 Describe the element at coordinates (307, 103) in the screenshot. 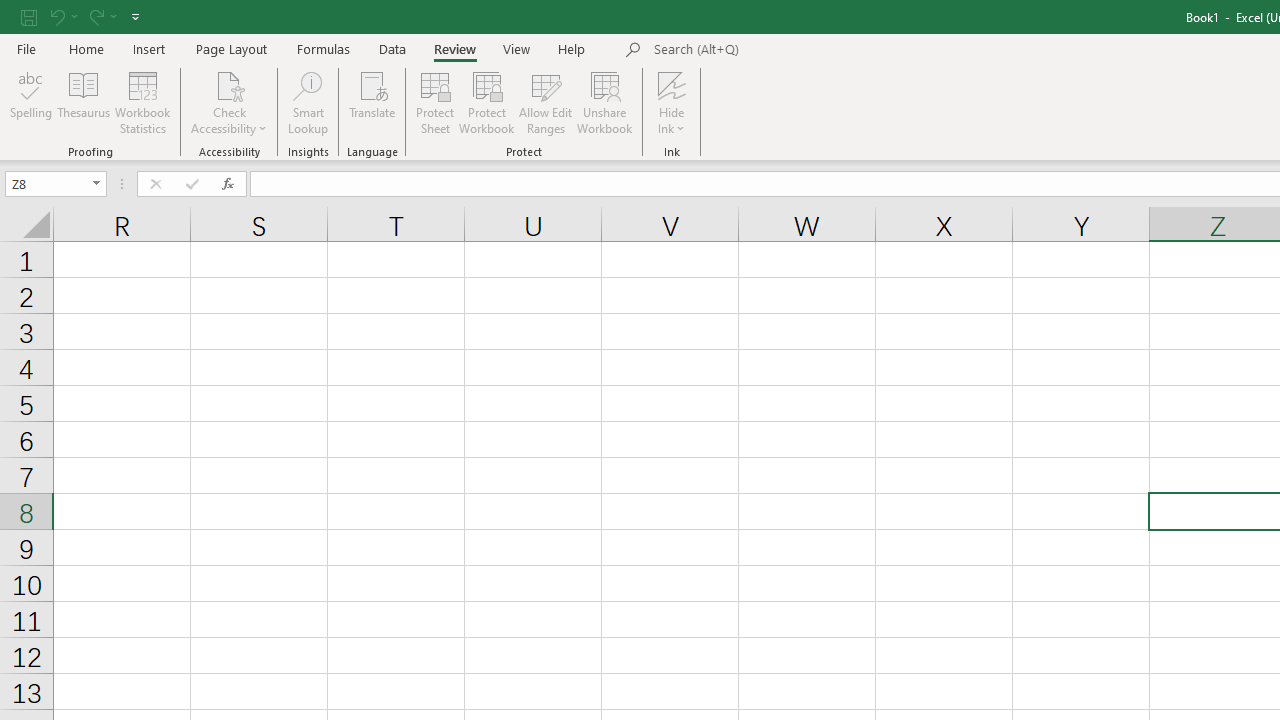

I see `'Smart Lookup'` at that location.